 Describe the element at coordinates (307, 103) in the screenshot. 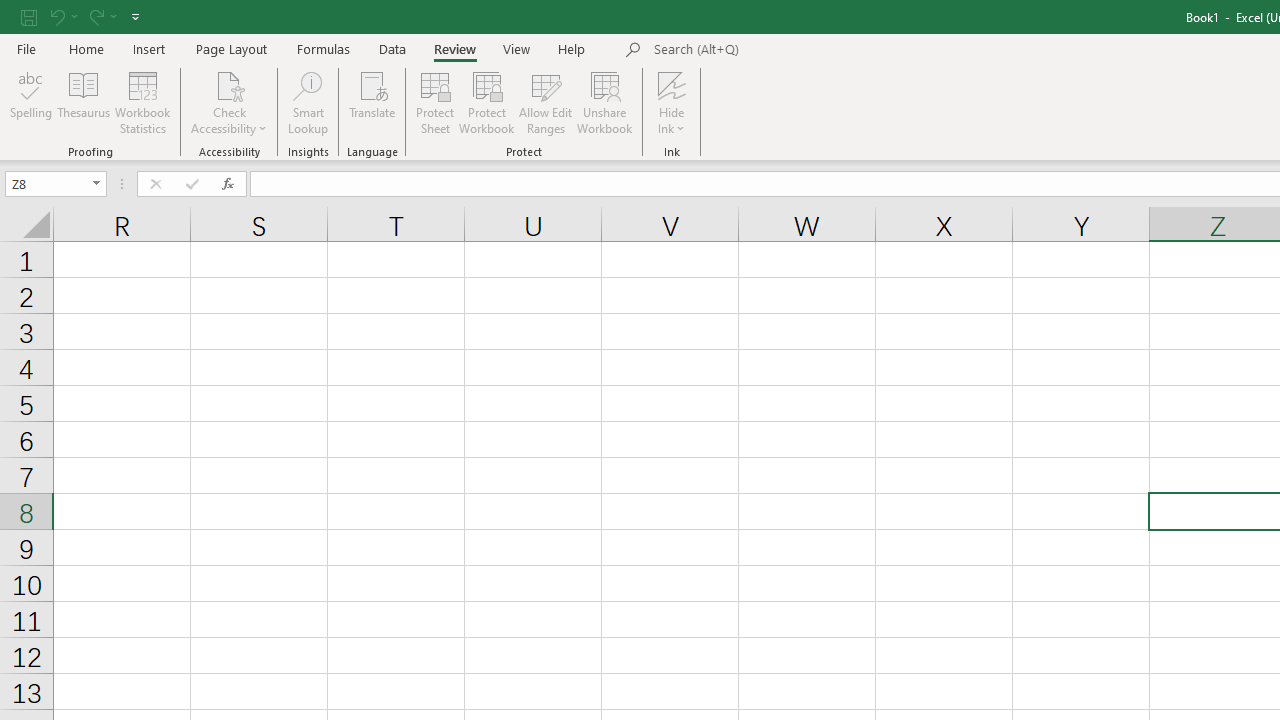

I see `'Smart Lookup'` at that location.